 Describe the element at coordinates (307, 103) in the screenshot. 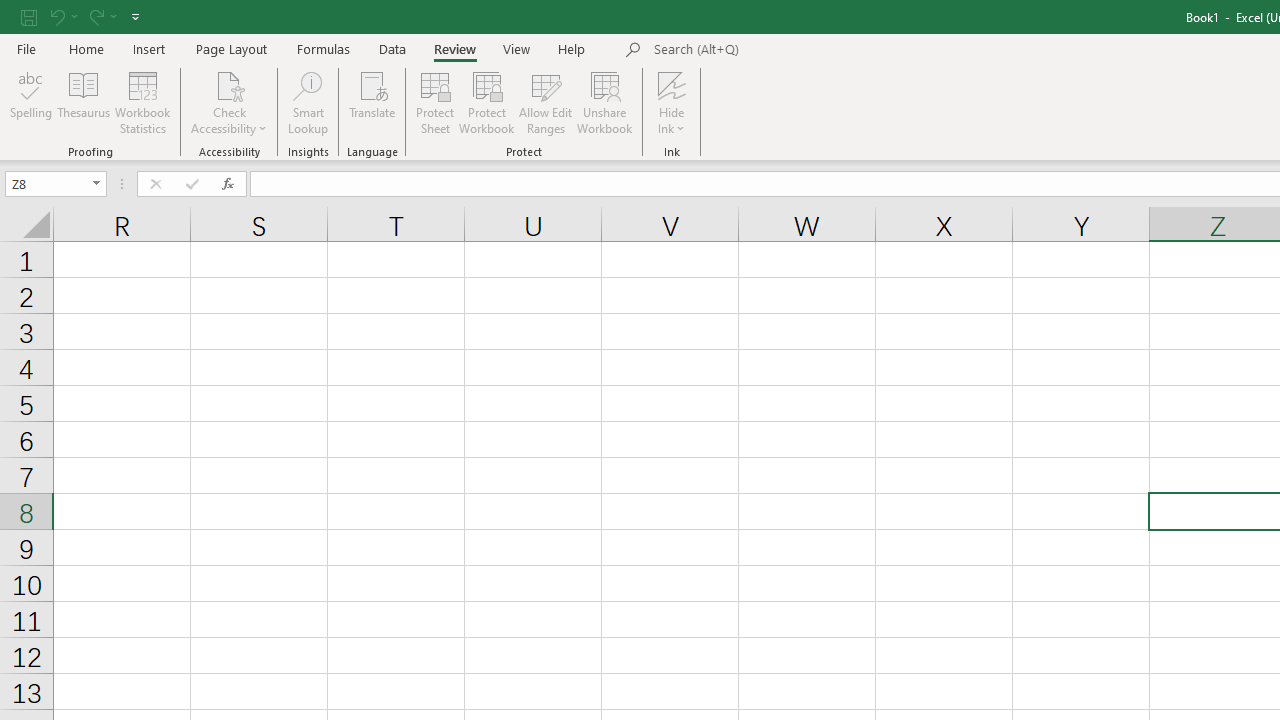

I see `'Smart Lookup'` at that location.